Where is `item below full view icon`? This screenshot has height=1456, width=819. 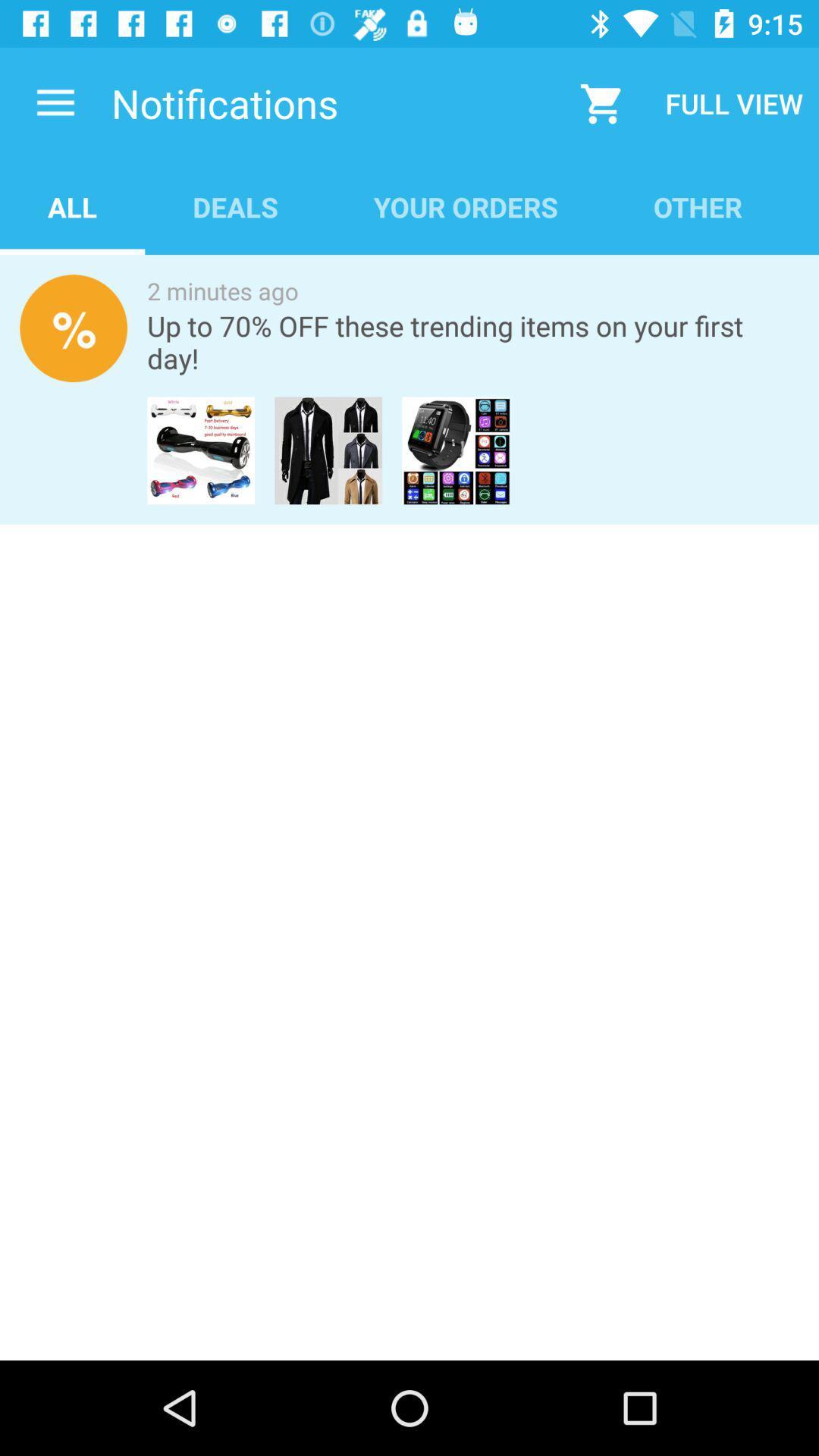 item below full view icon is located at coordinates (698, 206).